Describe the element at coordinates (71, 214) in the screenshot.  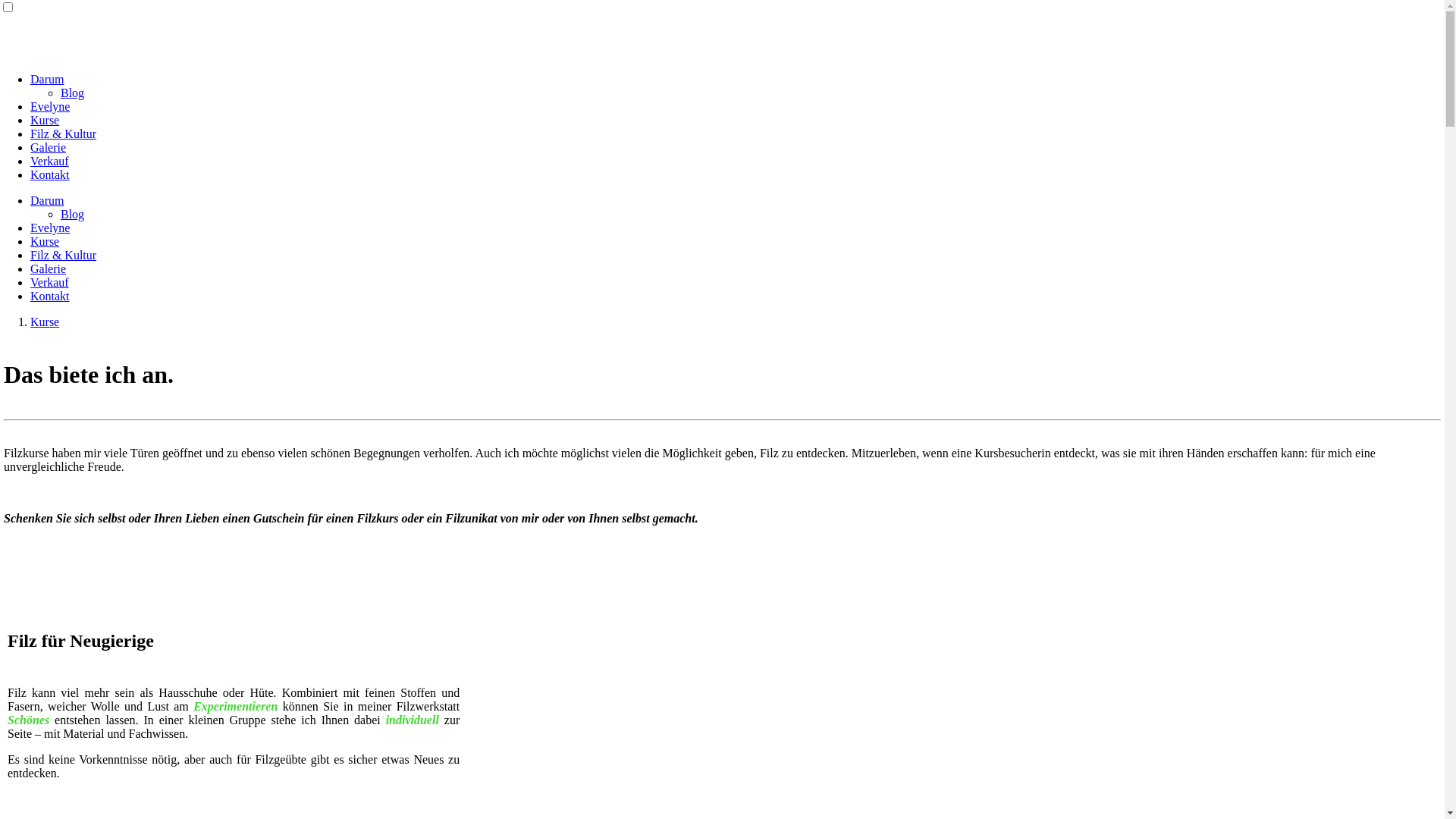
I see `'Blog'` at that location.